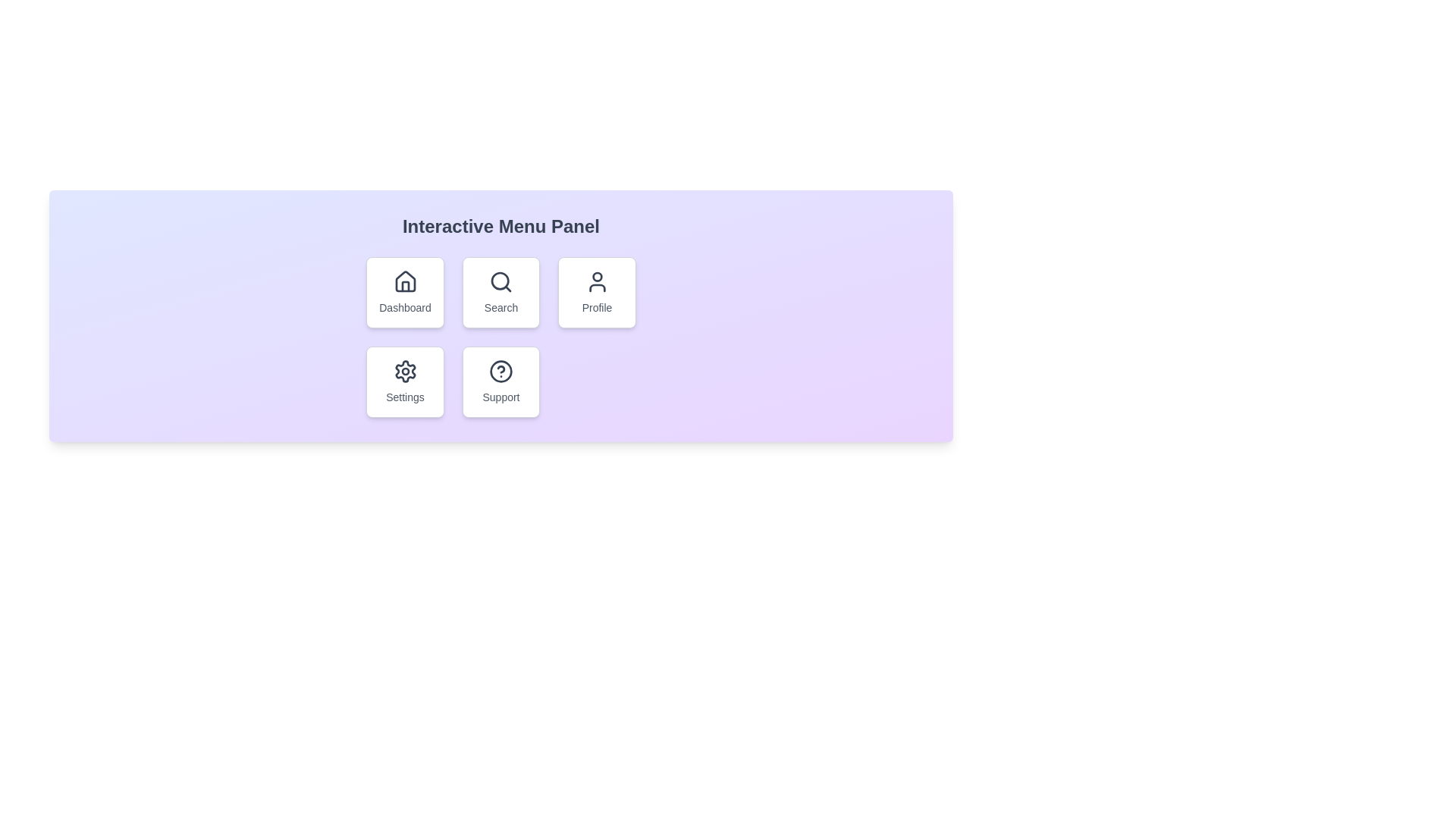 The width and height of the screenshot is (1456, 819). Describe the element at coordinates (405, 371) in the screenshot. I see `the settings icon located in the lower-left area of the interface's options grid, which serves as a visual representation of the settings functionality` at that location.